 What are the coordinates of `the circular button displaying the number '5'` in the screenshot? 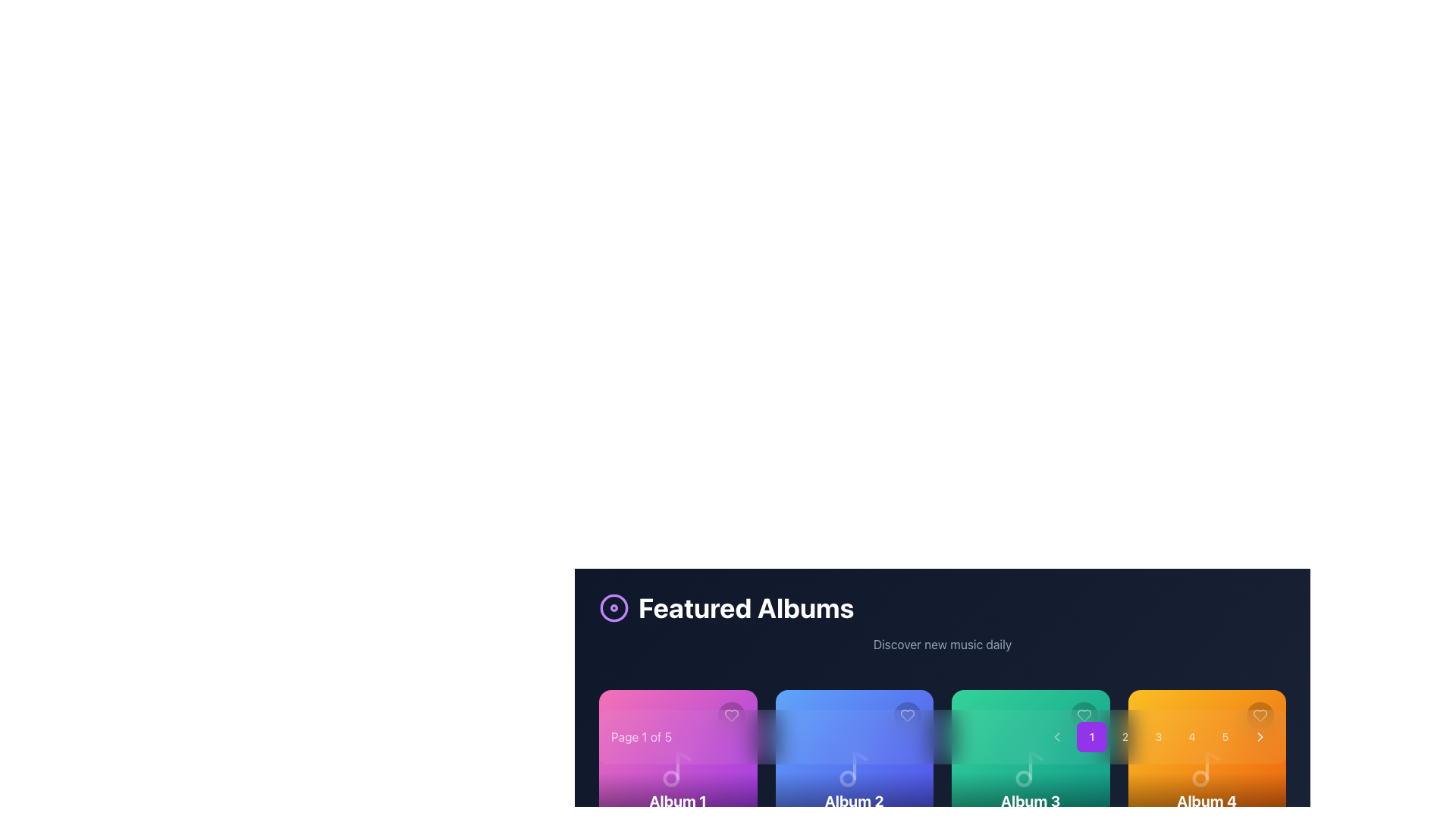 It's located at (1225, 736).